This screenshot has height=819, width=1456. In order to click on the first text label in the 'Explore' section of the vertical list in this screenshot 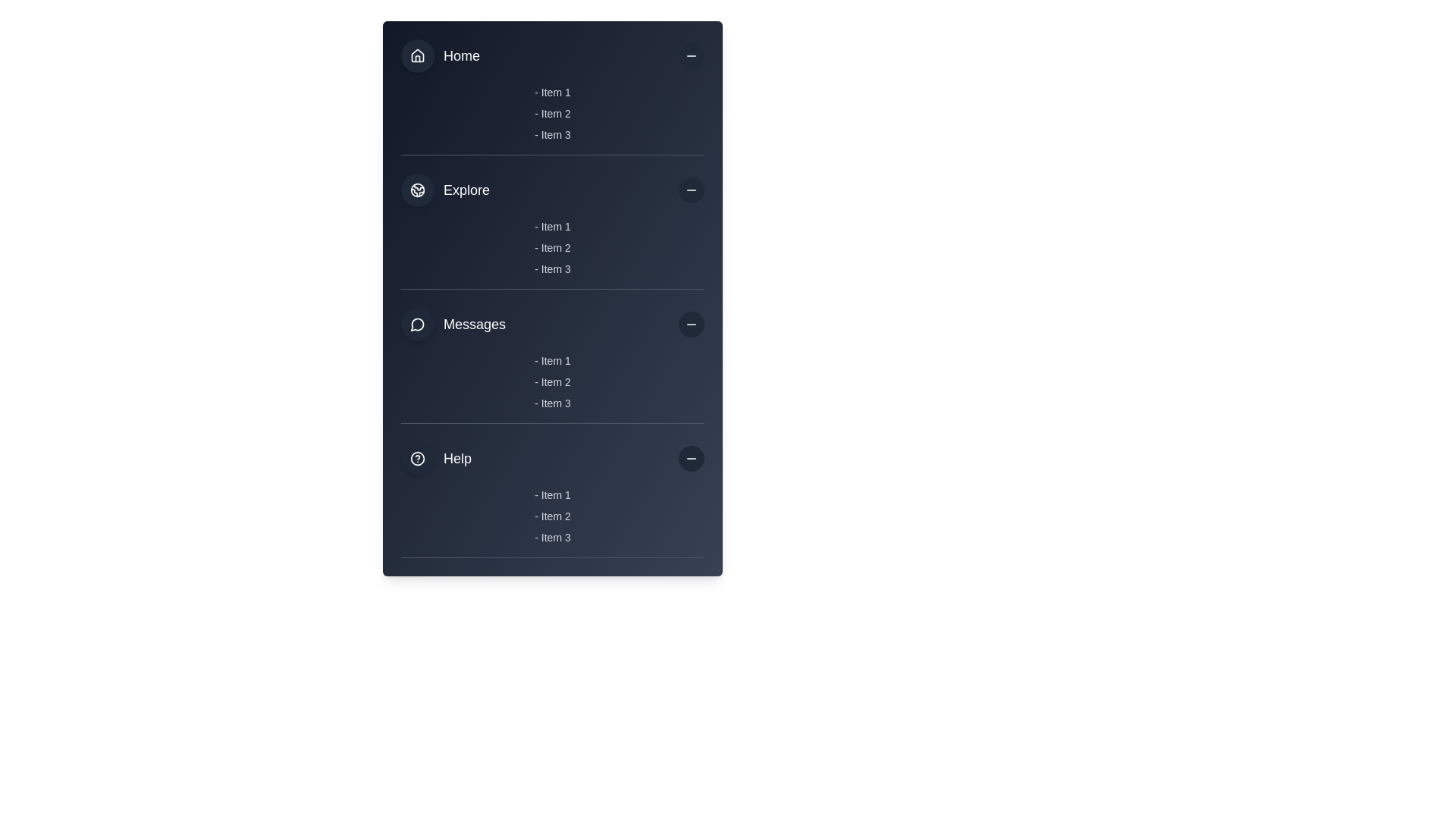, I will do `click(552, 227)`.